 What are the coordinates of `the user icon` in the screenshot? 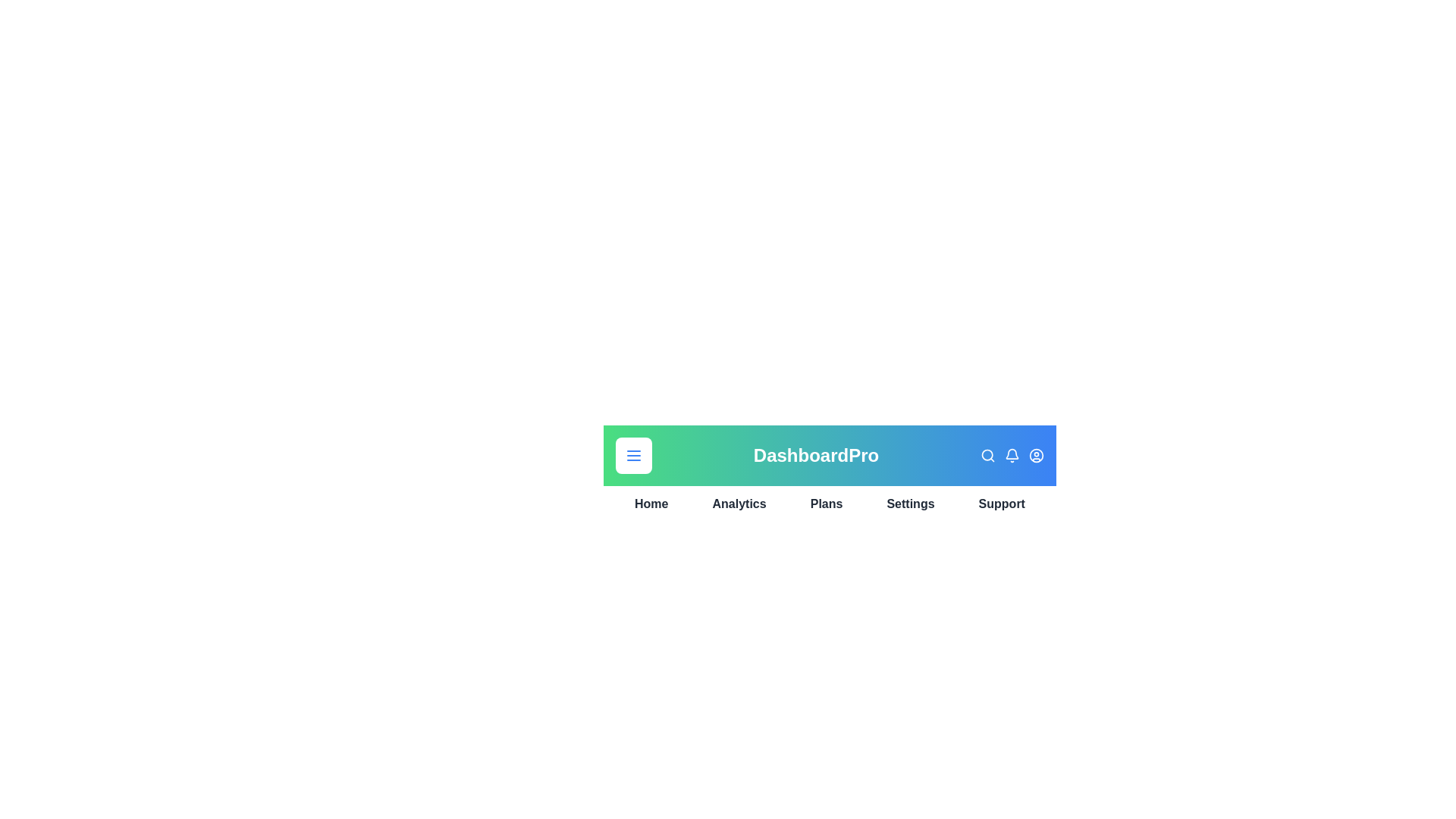 It's located at (1036, 455).